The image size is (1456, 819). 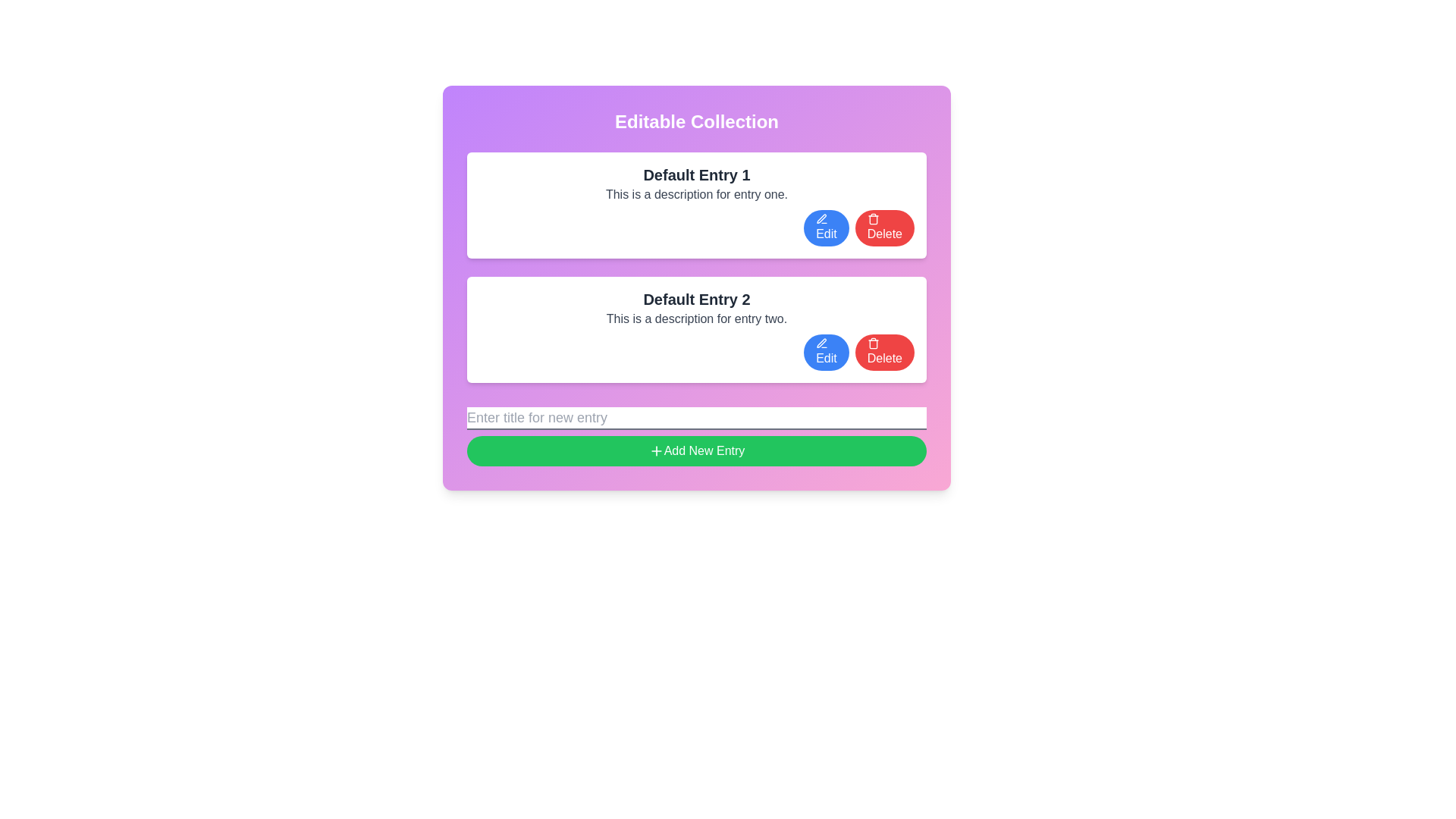 What do you see at coordinates (825, 353) in the screenshot?
I see `the rounded blue button with white text saying 'Edit'` at bounding box center [825, 353].